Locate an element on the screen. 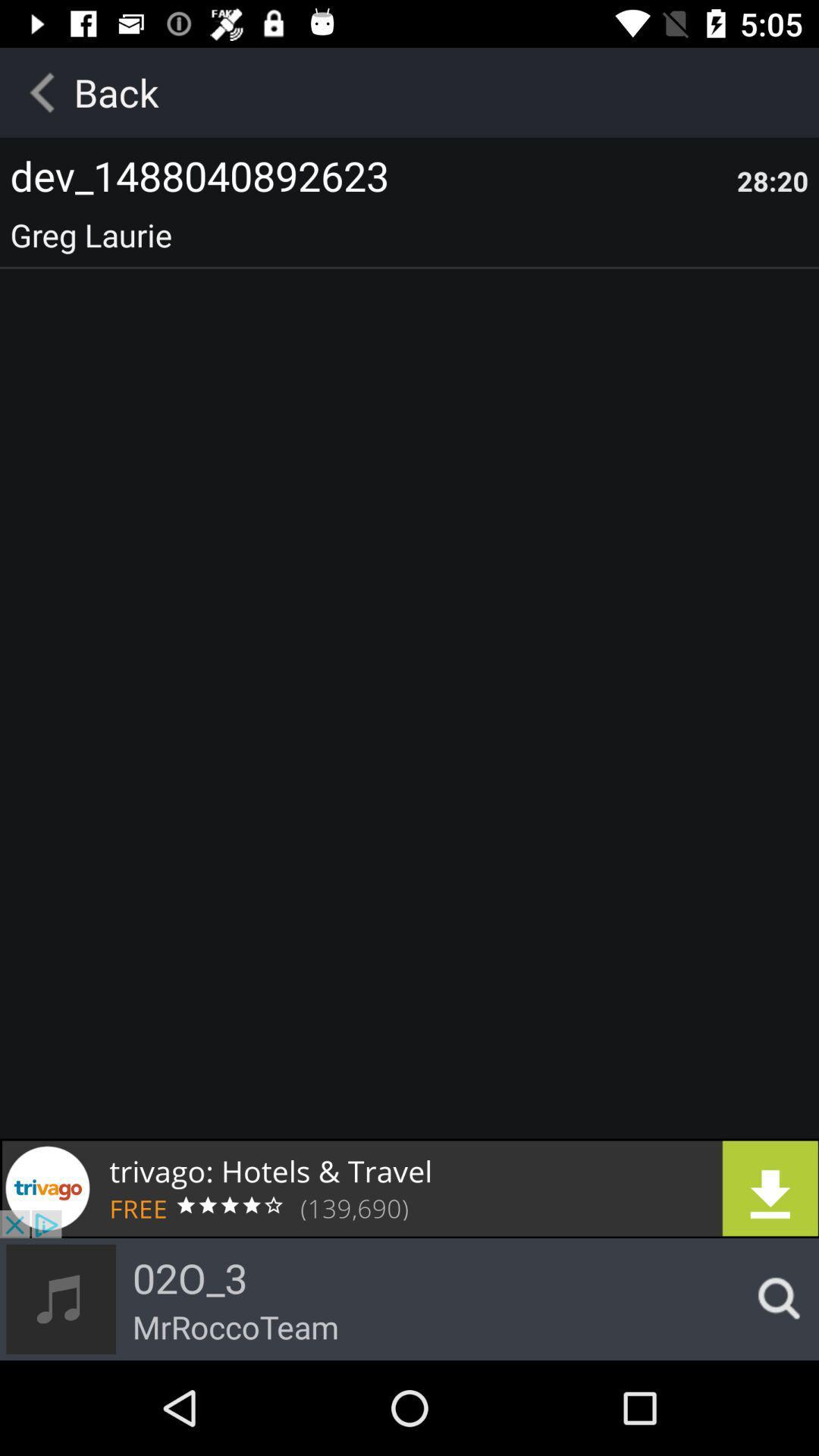 This screenshot has width=819, height=1456. downarrow is located at coordinates (409, 1188).